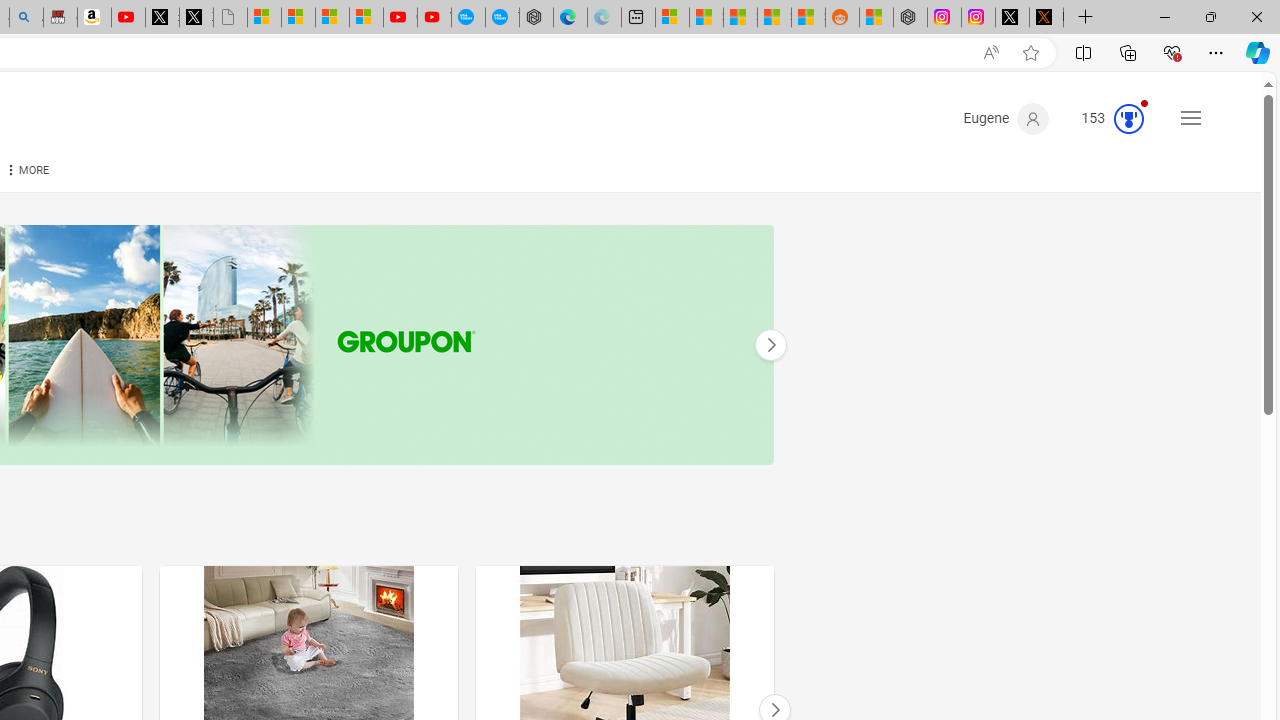 Image resolution: width=1280 pixels, height=720 pixels. What do you see at coordinates (1129, 119) in the screenshot?
I see `'Class: medal-circled'` at bounding box center [1129, 119].